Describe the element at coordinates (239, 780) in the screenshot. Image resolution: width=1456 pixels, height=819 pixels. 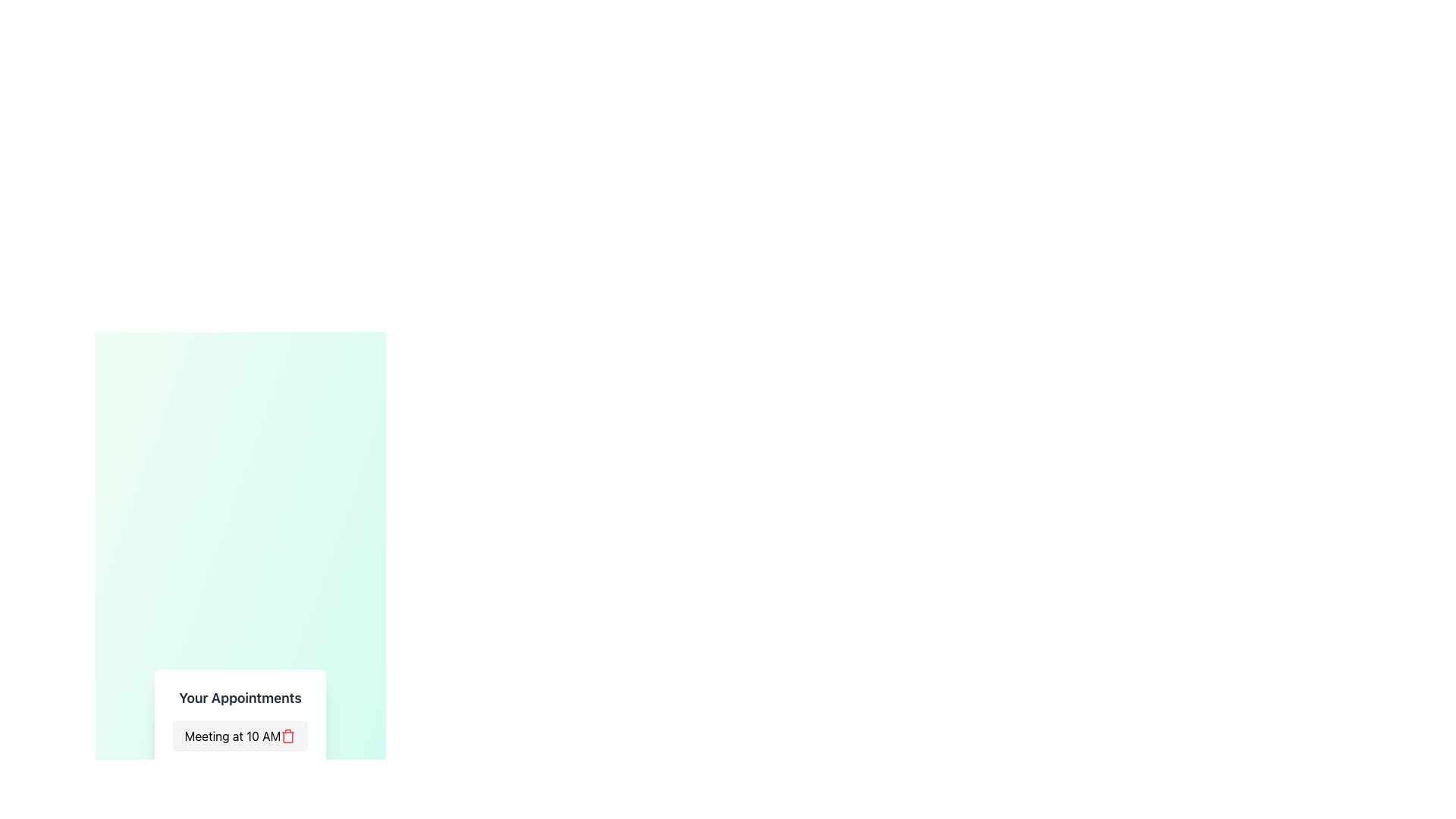
I see `the 'Clear All' button with a red background and rounded corners located at the bottom of the 'Your Appointments' section to clear all appointments` at that location.